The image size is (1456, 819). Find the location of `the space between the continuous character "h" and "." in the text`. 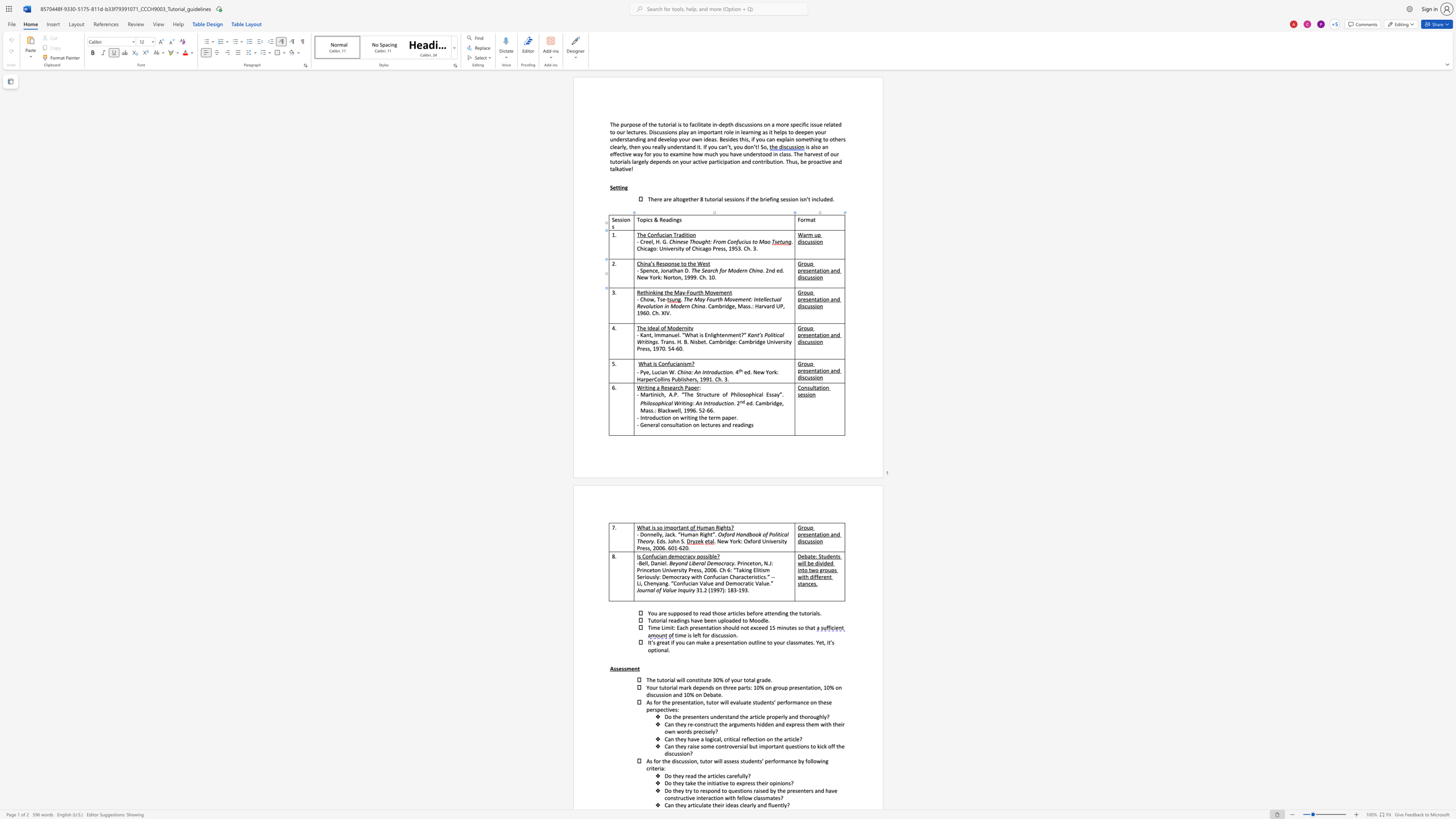

the space between the continuous character "h" and "." in the text is located at coordinates (658, 313).